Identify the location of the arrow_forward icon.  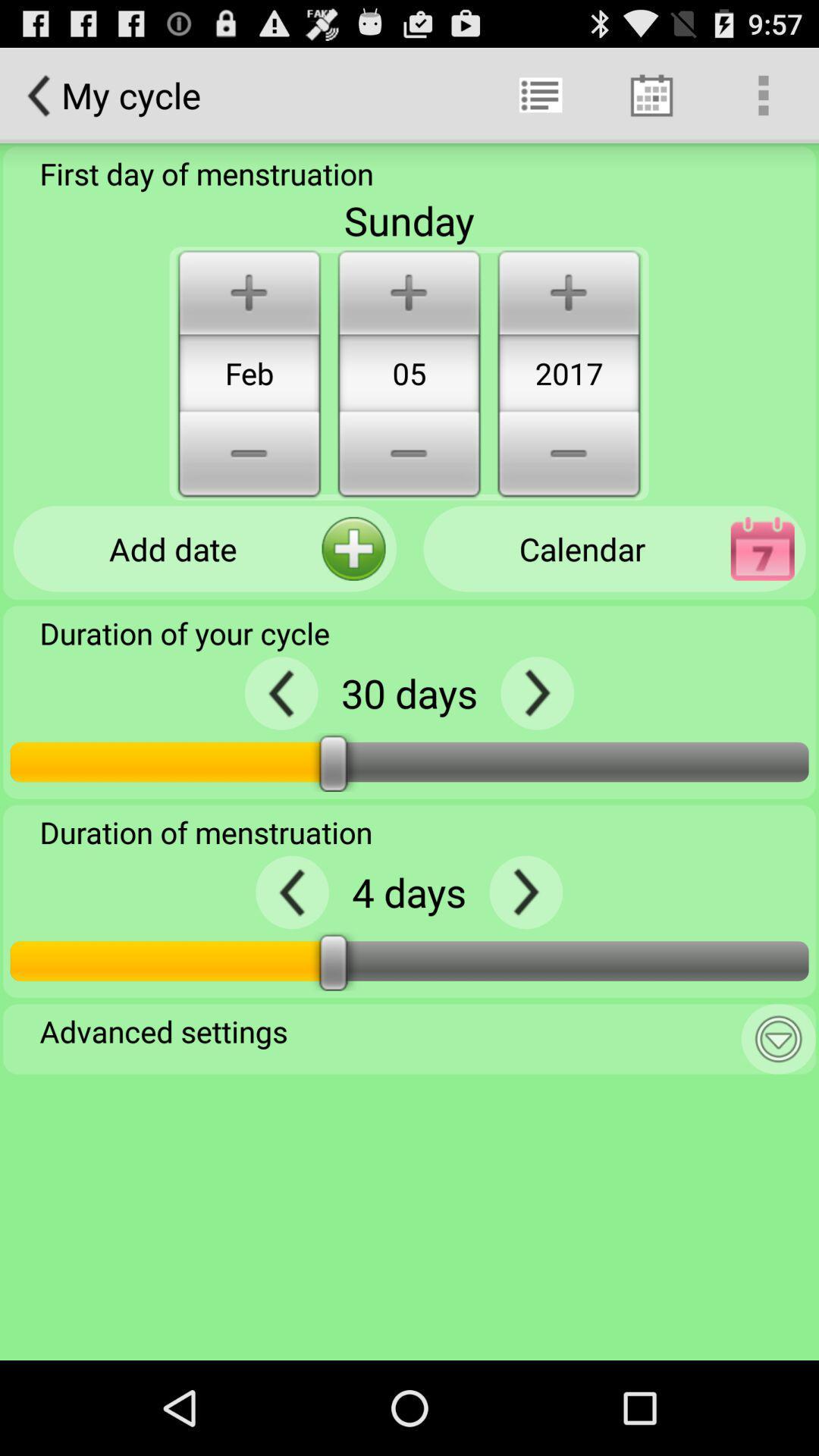
(525, 954).